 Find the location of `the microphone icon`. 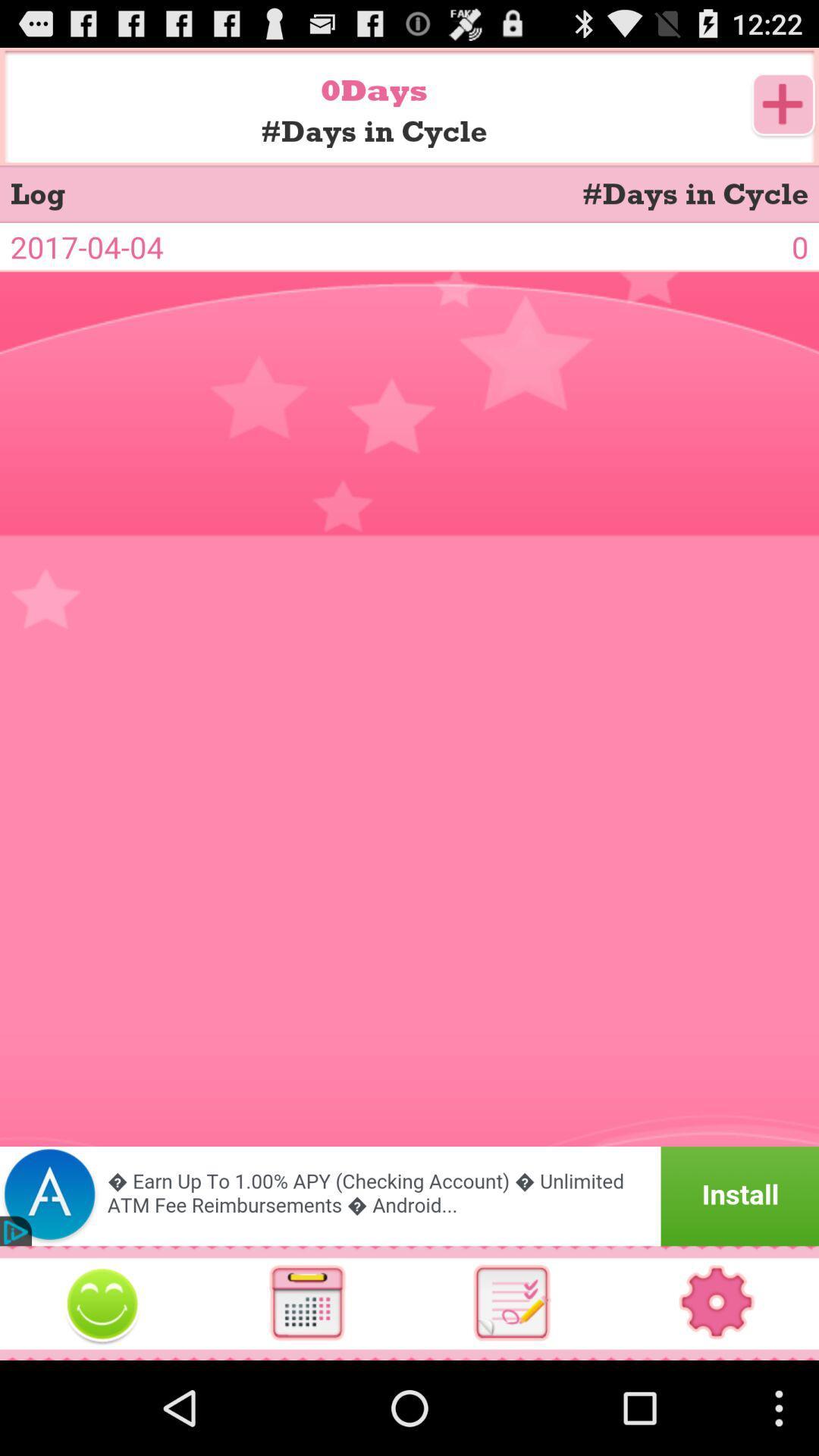

the microphone icon is located at coordinates (102, 1395).